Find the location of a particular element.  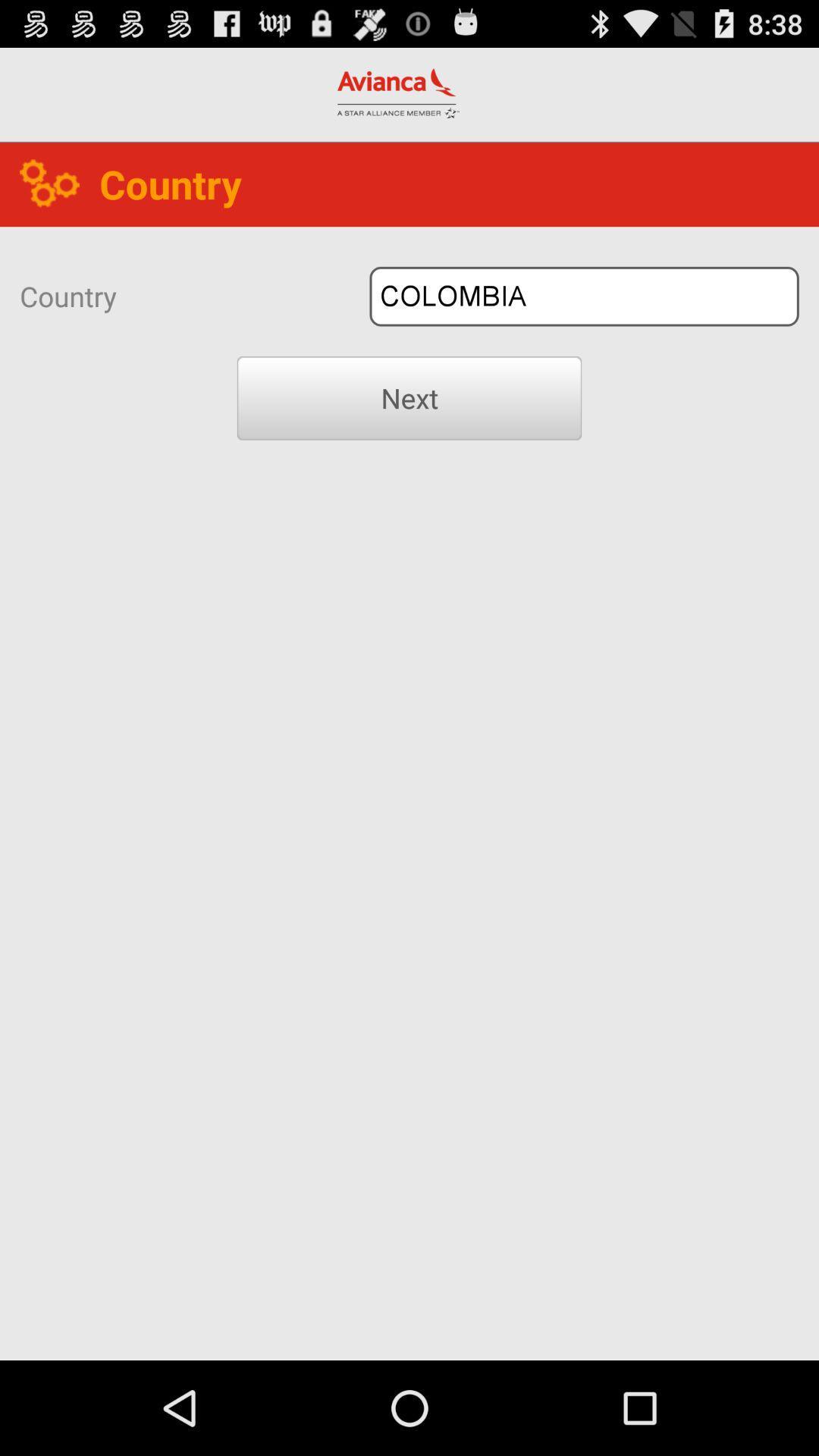

icon to the right of country icon is located at coordinates (583, 297).